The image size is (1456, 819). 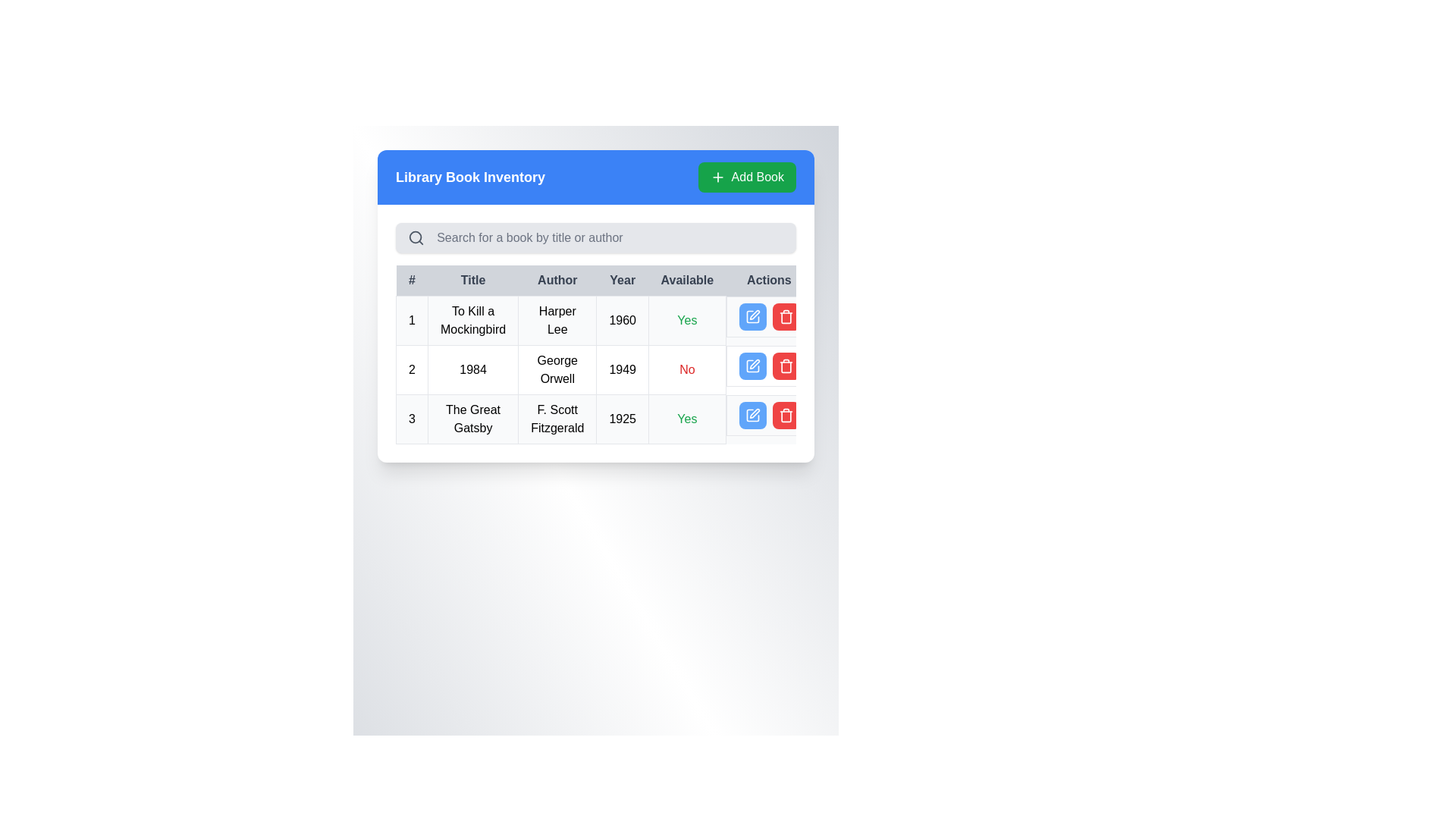 What do you see at coordinates (604, 320) in the screenshot?
I see `the first row of the library inventory table` at bounding box center [604, 320].